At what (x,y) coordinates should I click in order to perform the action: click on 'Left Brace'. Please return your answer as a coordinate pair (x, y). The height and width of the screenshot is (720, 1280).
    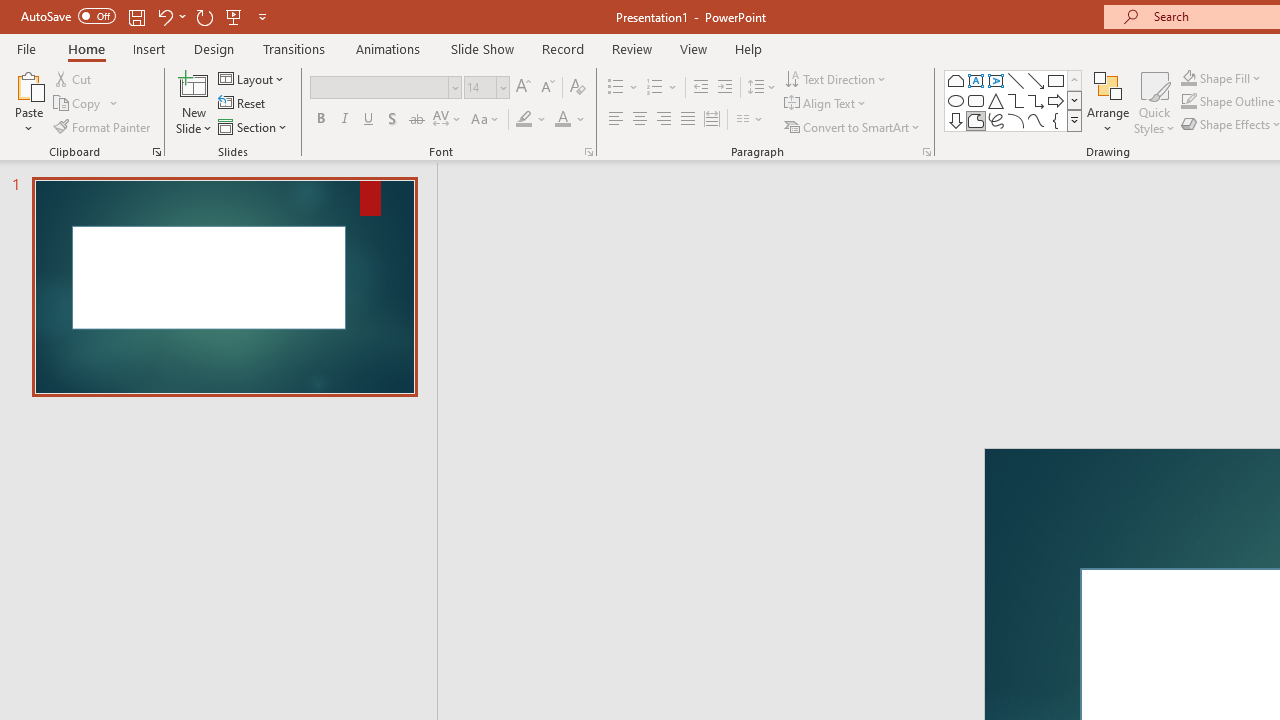
    Looking at the image, I should click on (1055, 120).